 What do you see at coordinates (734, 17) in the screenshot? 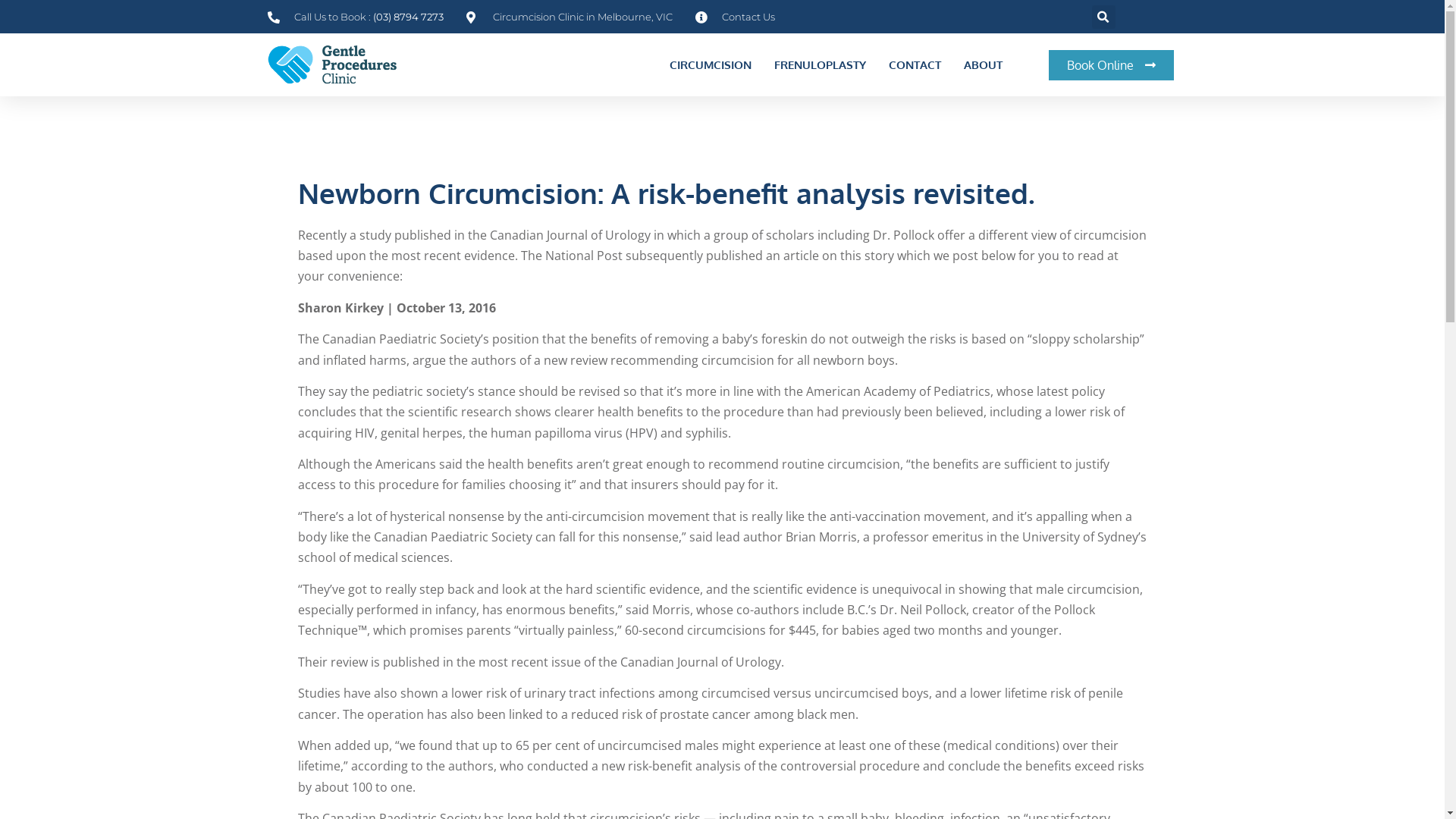
I see `'Contact Us'` at bounding box center [734, 17].